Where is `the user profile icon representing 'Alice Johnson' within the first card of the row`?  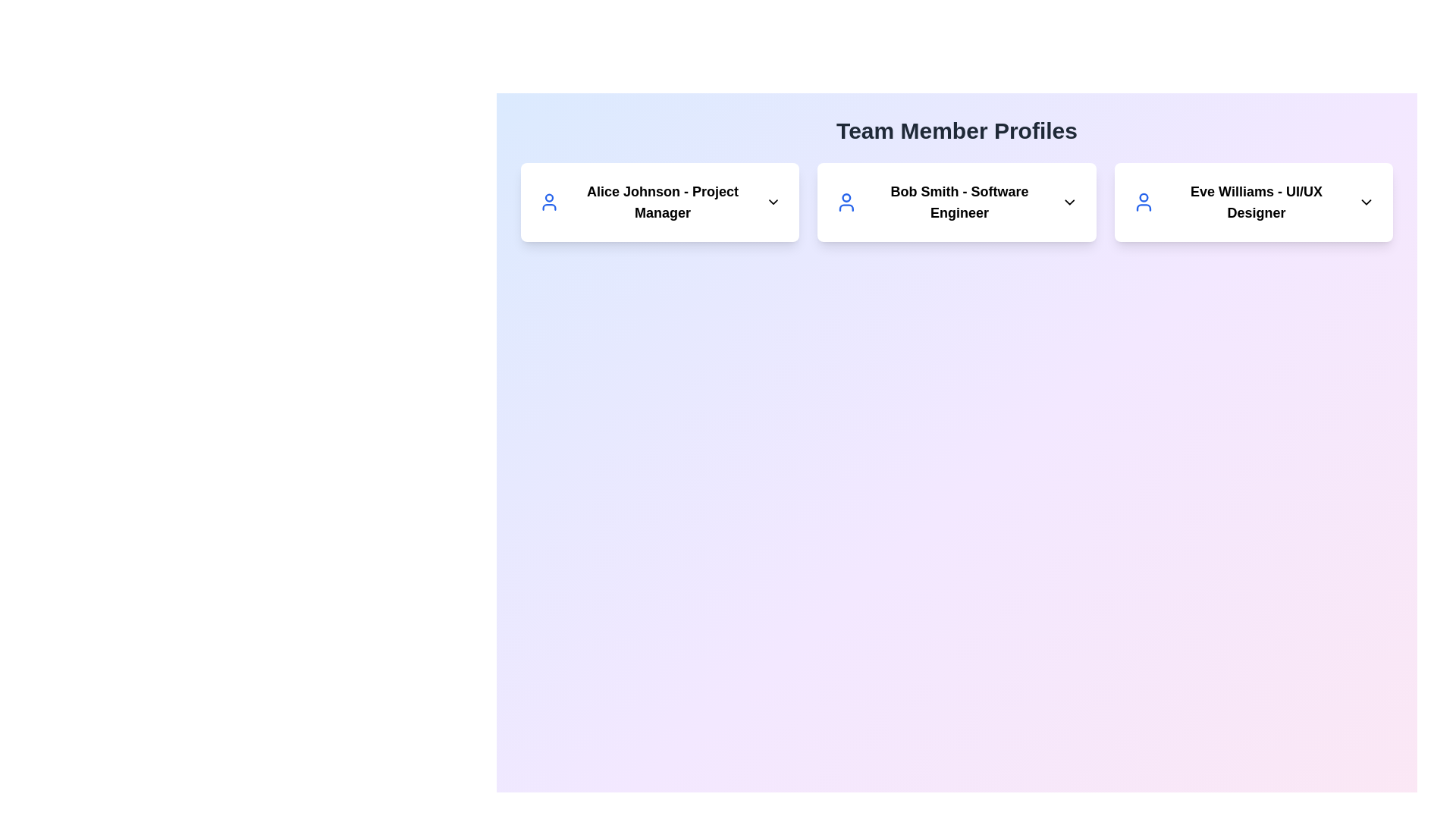 the user profile icon representing 'Alice Johnson' within the first card of the row is located at coordinates (548, 201).